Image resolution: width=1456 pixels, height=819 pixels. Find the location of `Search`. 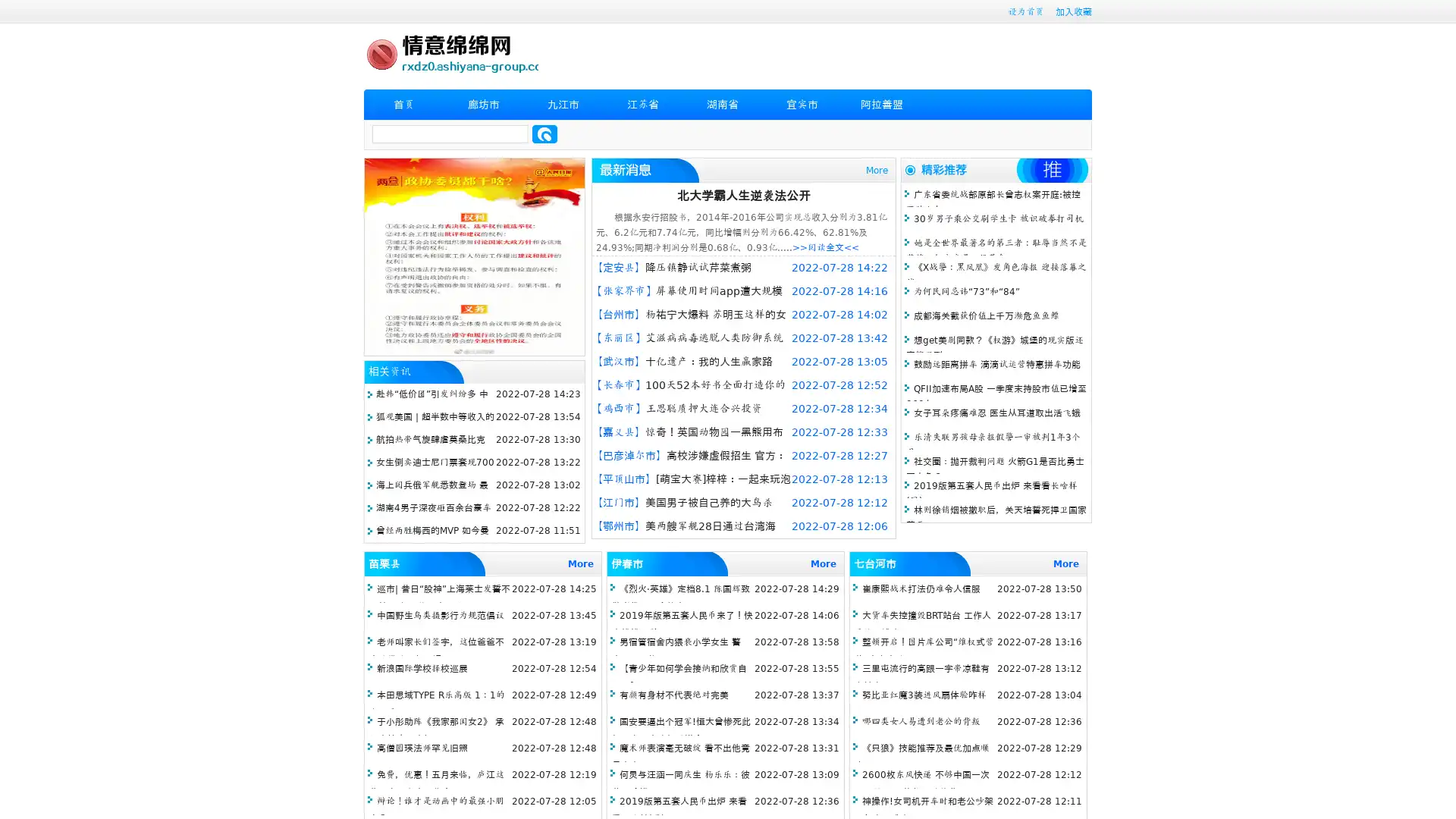

Search is located at coordinates (544, 133).